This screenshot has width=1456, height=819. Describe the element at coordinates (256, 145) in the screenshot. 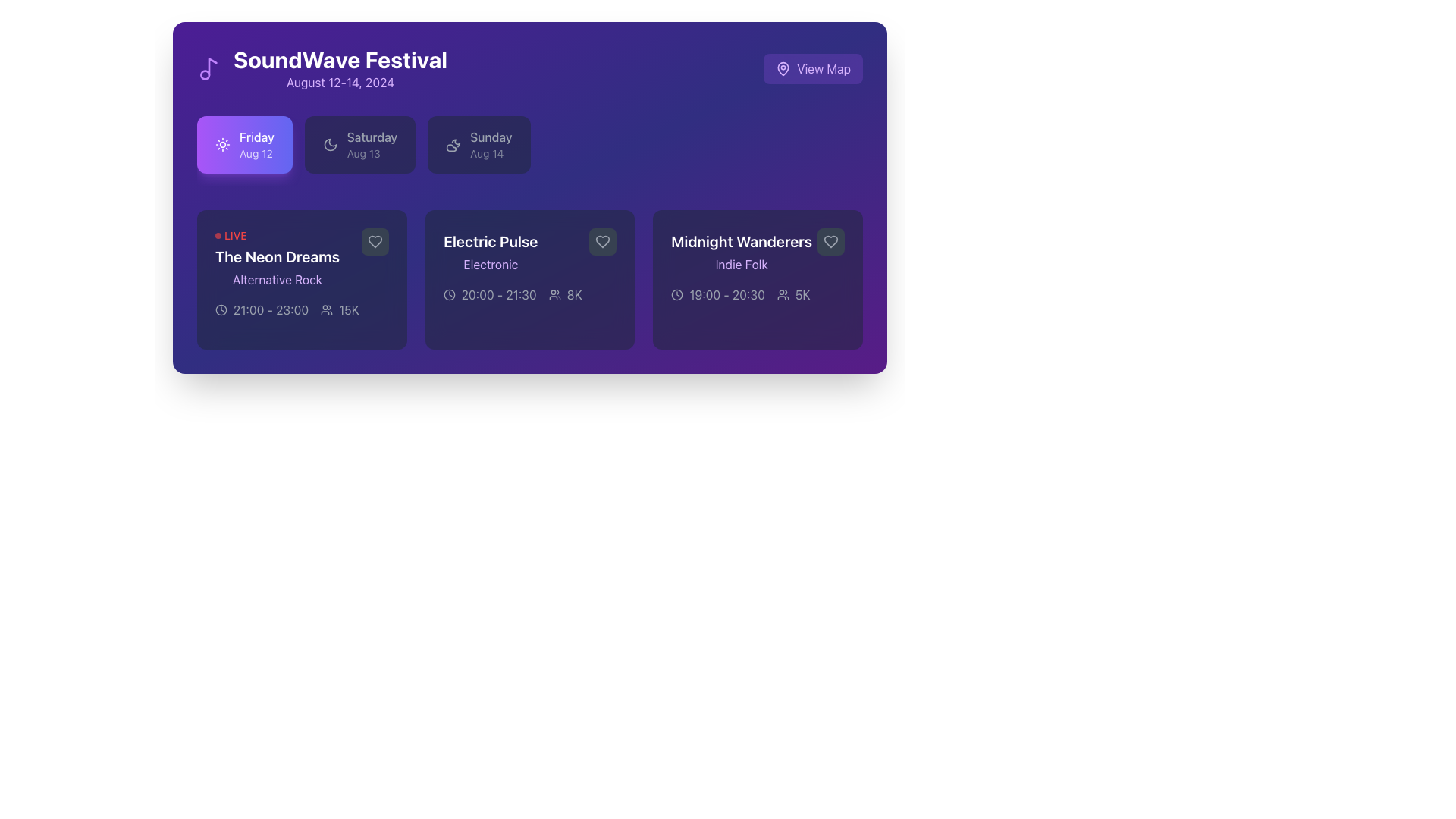

I see `the text block displaying 'Friday' and 'Aug 12'` at that location.